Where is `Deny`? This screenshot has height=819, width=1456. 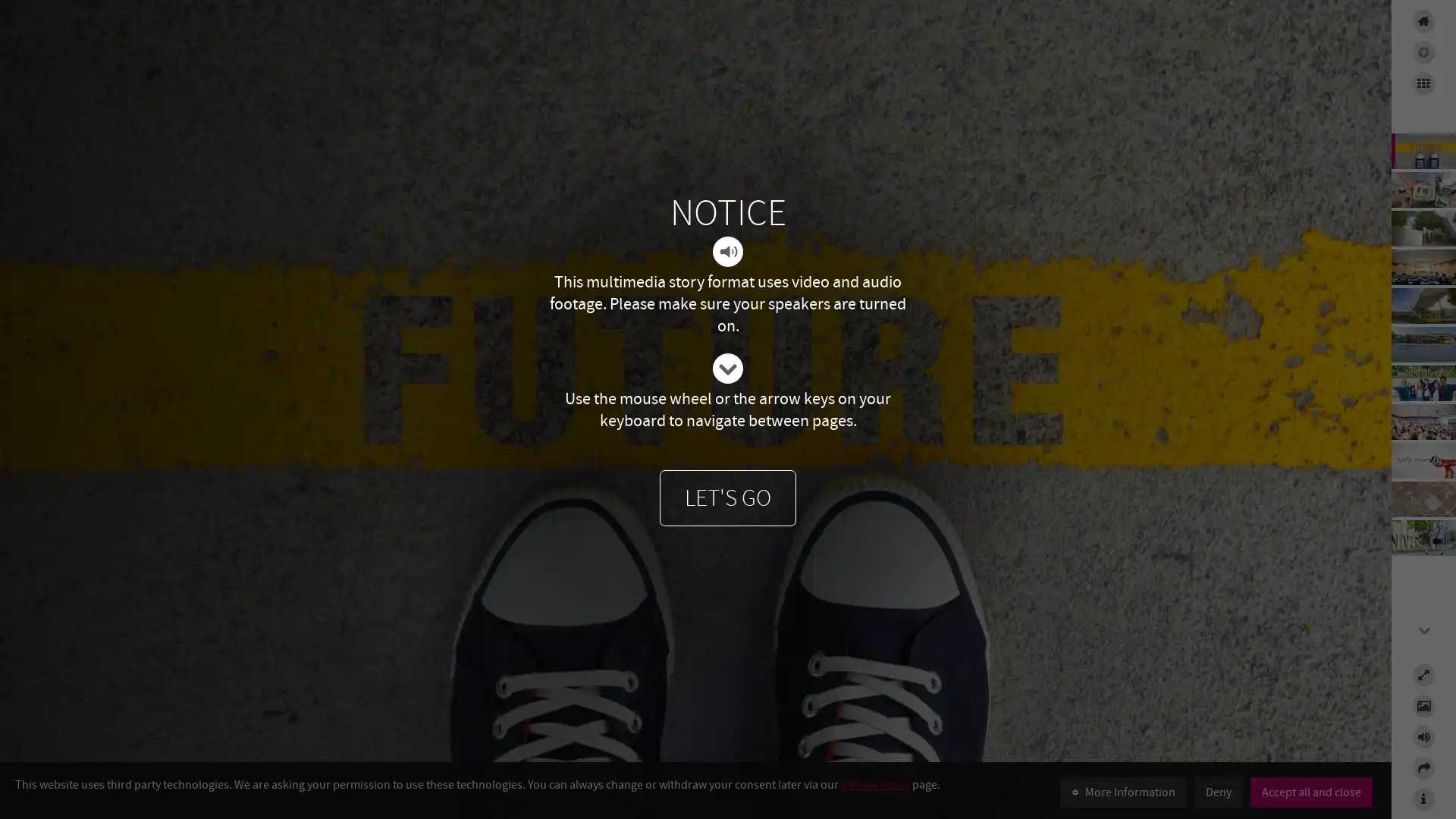
Deny is located at coordinates (1219, 792).